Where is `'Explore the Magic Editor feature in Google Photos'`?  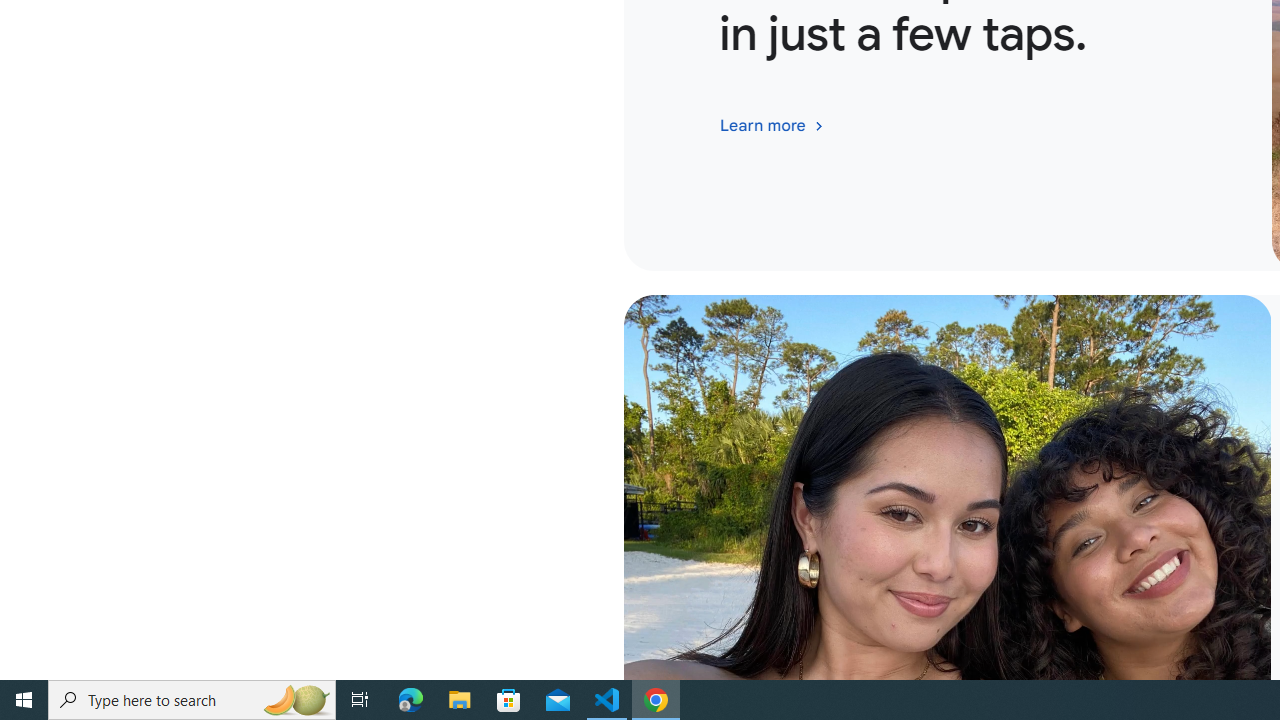 'Explore the Magic Editor feature in Google Photos' is located at coordinates (770, 126).